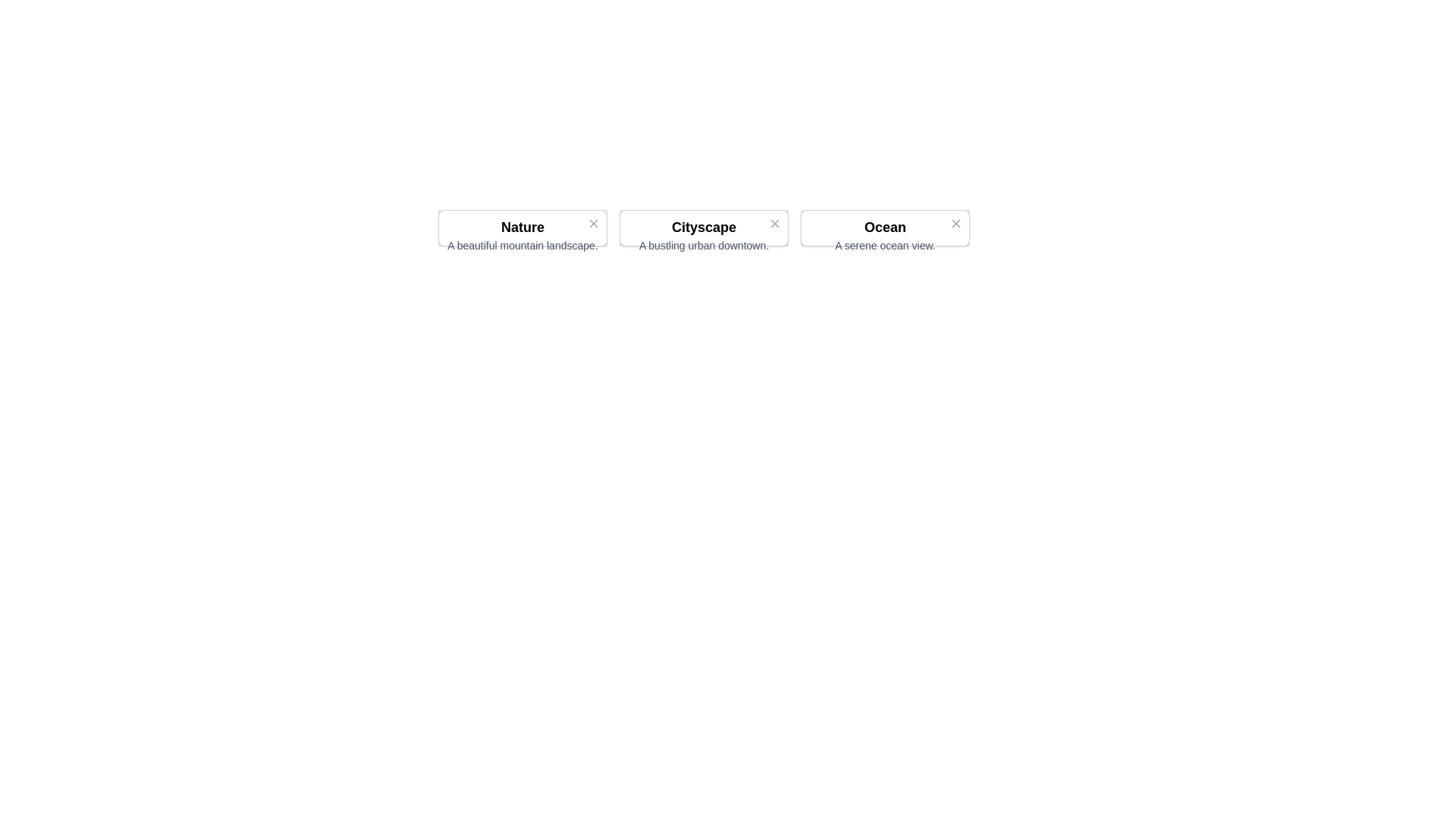 The height and width of the screenshot is (819, 1456). I want to click on text label 'Ocean' which is prominently displayed in large, bold black font as part of a navigation bar, positioned third from the left with a description below it, so click(885, 227).